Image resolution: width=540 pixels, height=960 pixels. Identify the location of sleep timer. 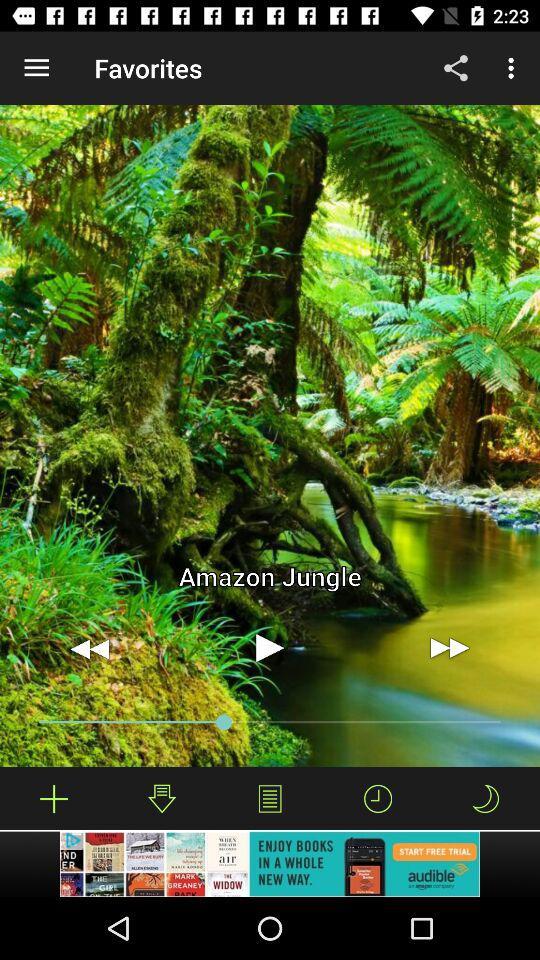
(484, 798).